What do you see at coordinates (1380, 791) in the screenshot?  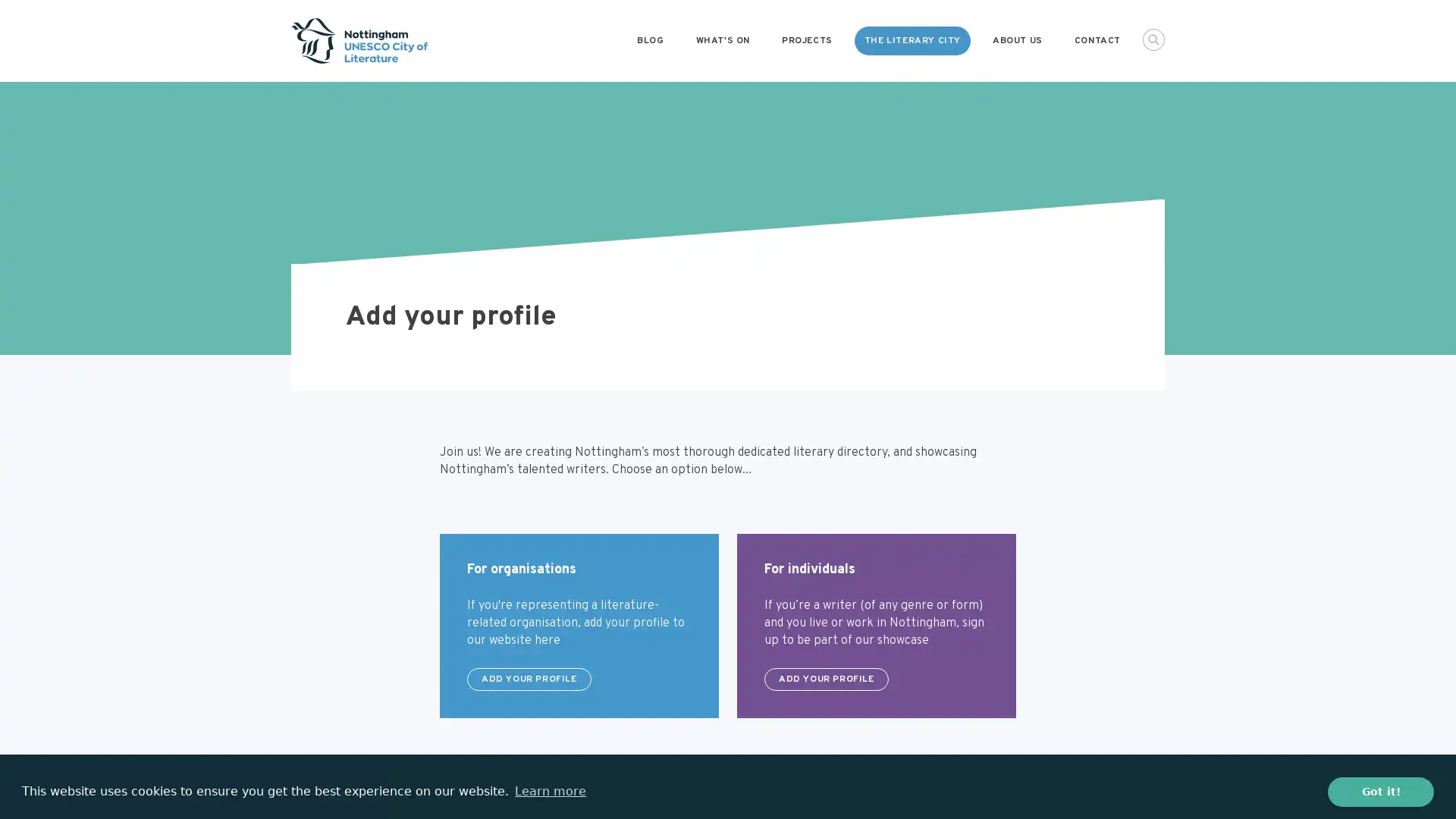 I see `dismiss cookie message` at bounding box center [1380, 791].